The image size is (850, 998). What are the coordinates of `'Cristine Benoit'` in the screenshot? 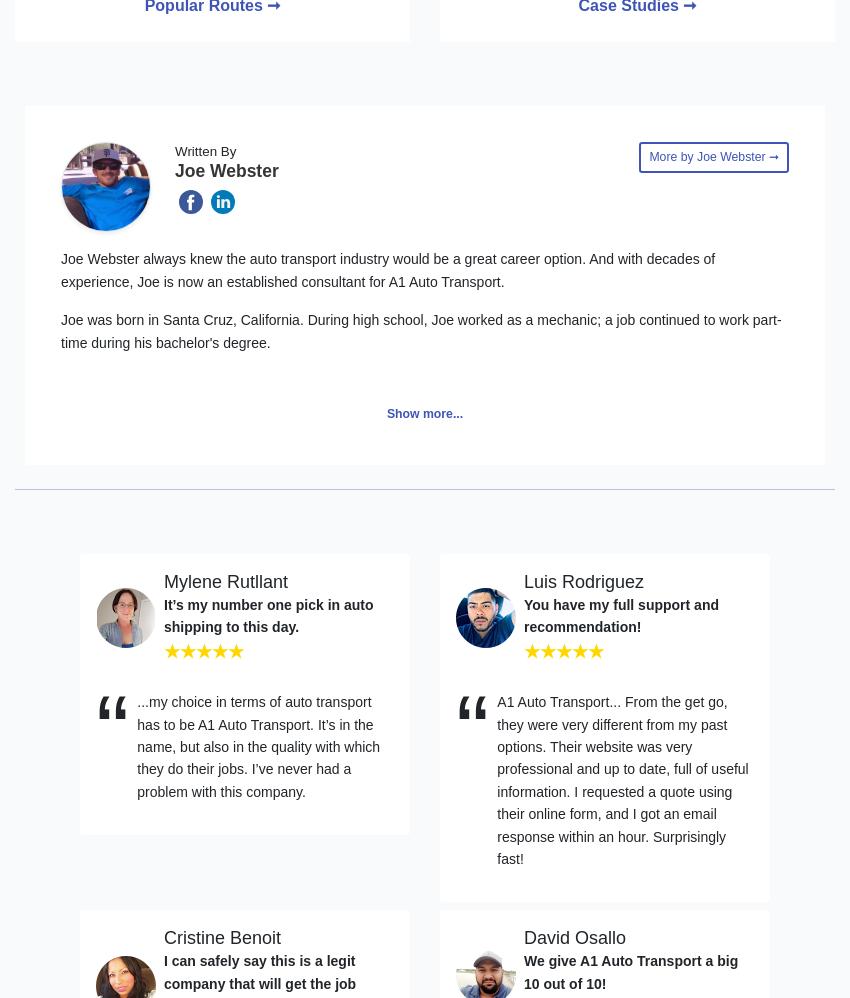 It's located at (222, 938).